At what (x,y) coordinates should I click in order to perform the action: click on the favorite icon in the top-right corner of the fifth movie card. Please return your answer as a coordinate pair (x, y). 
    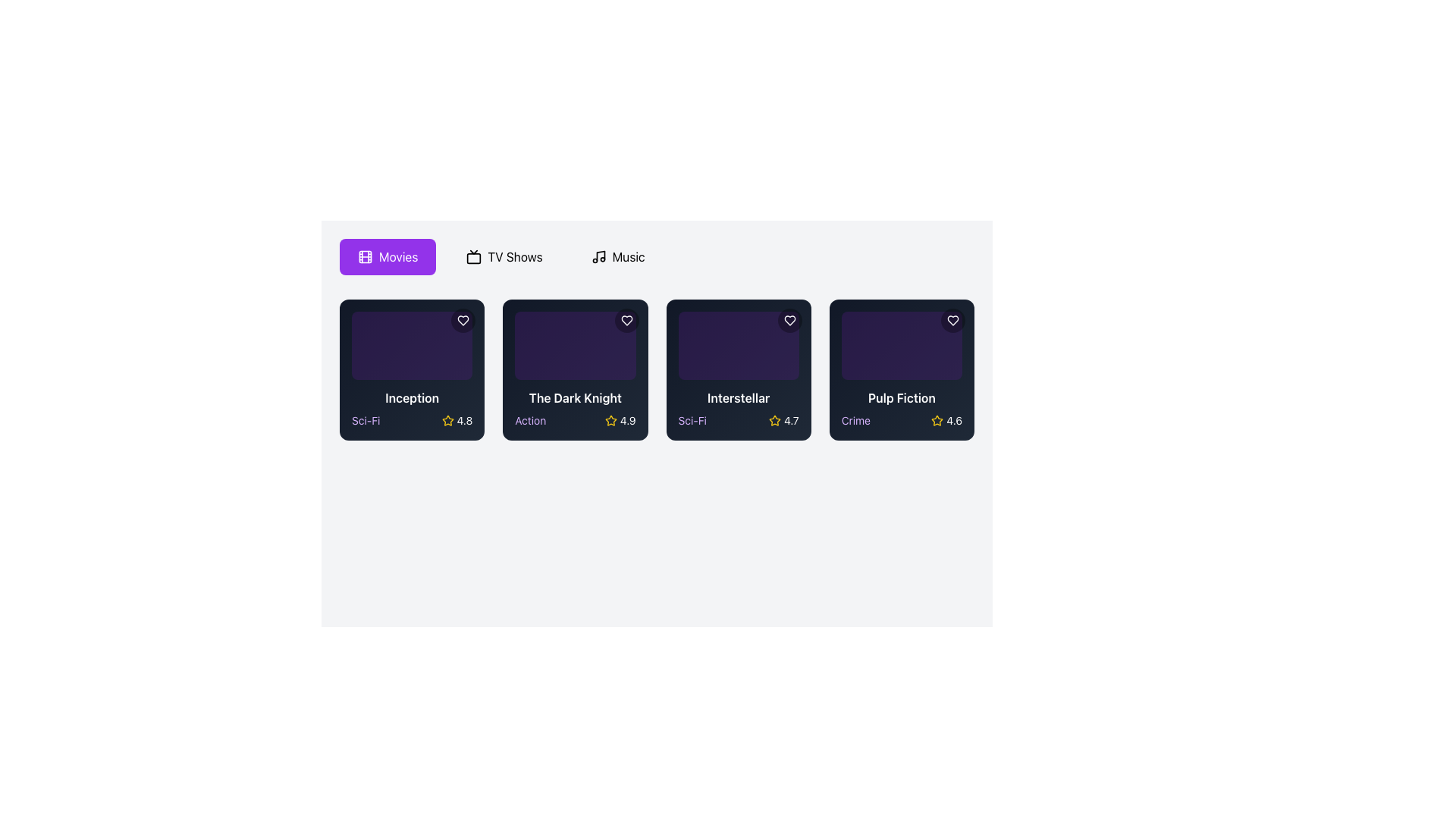
    Looking at the image, I should click on (952, 320).